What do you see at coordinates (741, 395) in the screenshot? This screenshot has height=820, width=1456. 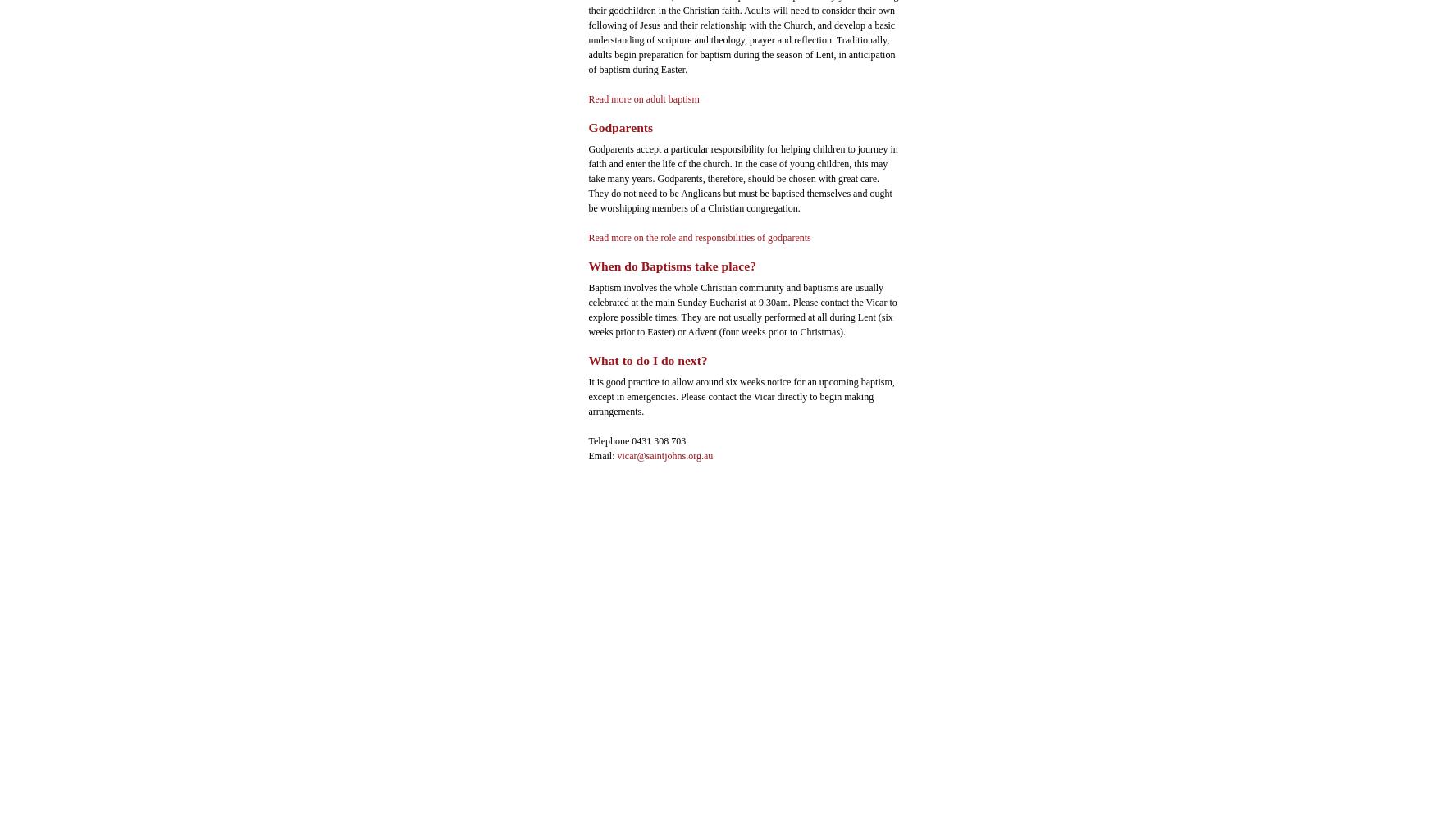 I see `'It is good practice to allow around six weeks notice for an upcoming baptism, except in emergencies. Please contact the Vicar directly to begin making arrangements.'` at bounding box center [741, 395].